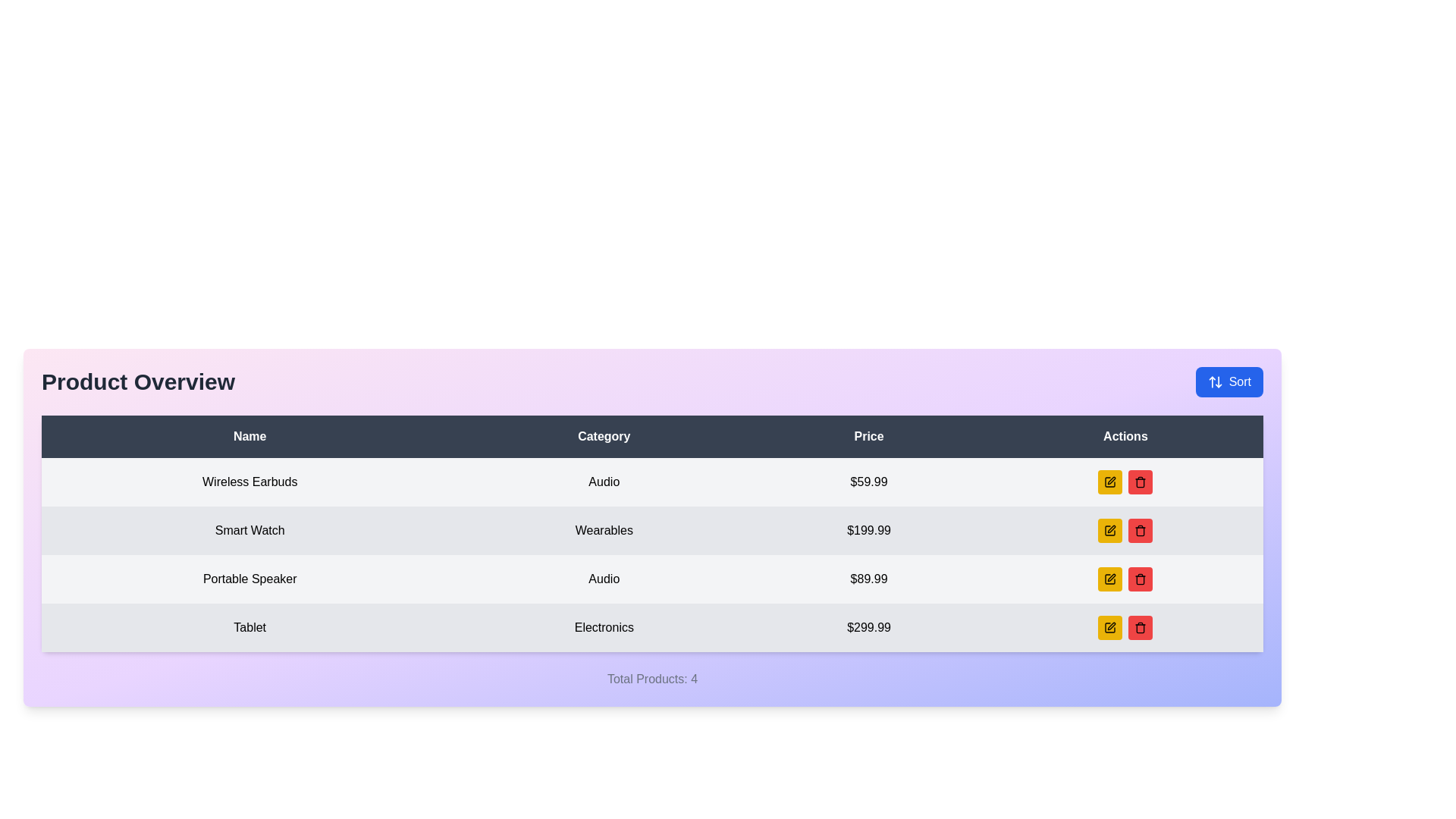  What do you see at coordinates (869, 579) in the screenshot?
I see `the price label displaying '$89.99' in the 'Price' column of the 'Product Overview' table for the 'Portable Speaker'` at bounding box center [869, 579].